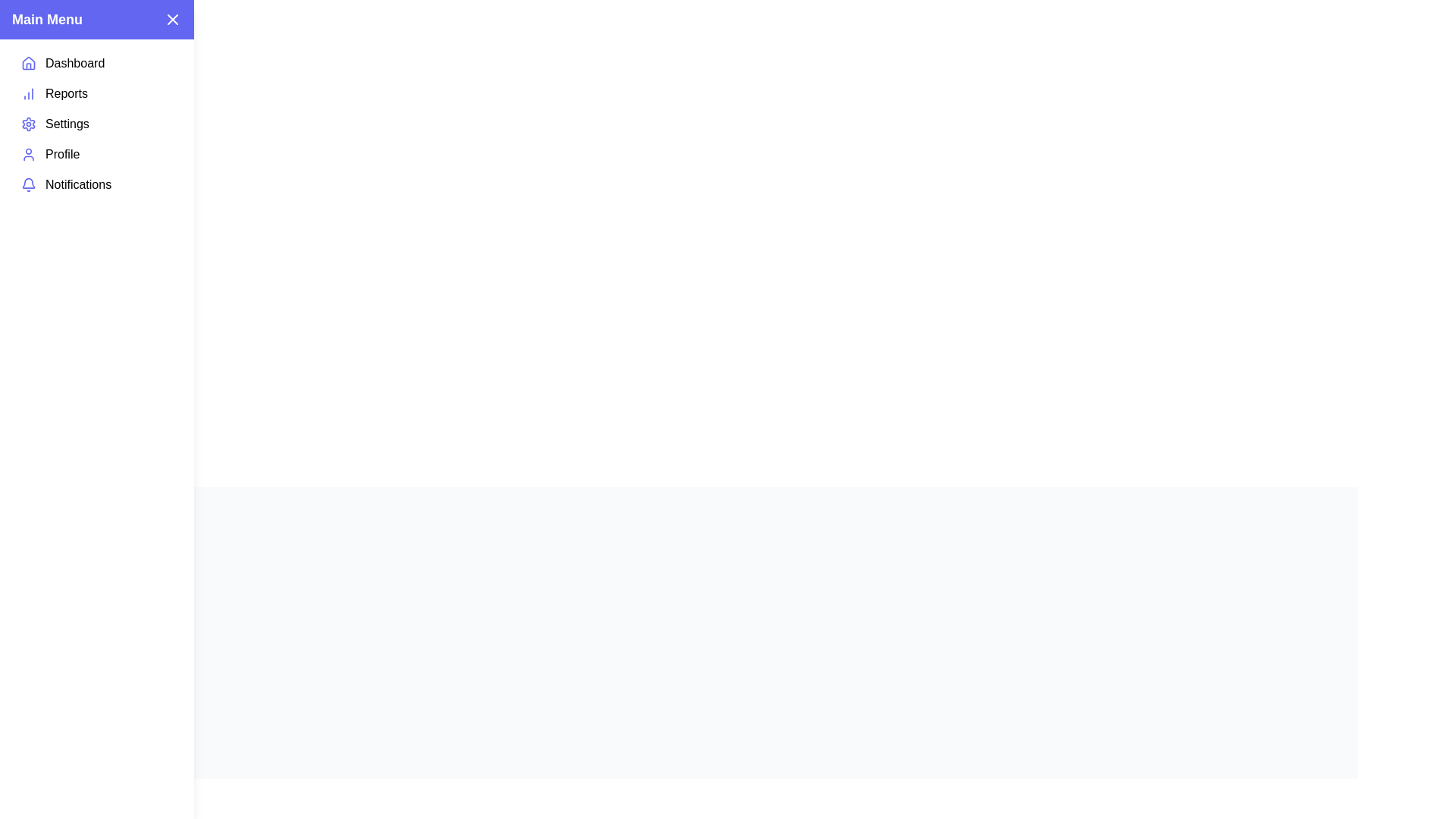 This screenshot has height=819, width=1456. I want to click on the 'Settings' menu item located, so click(96, 124).